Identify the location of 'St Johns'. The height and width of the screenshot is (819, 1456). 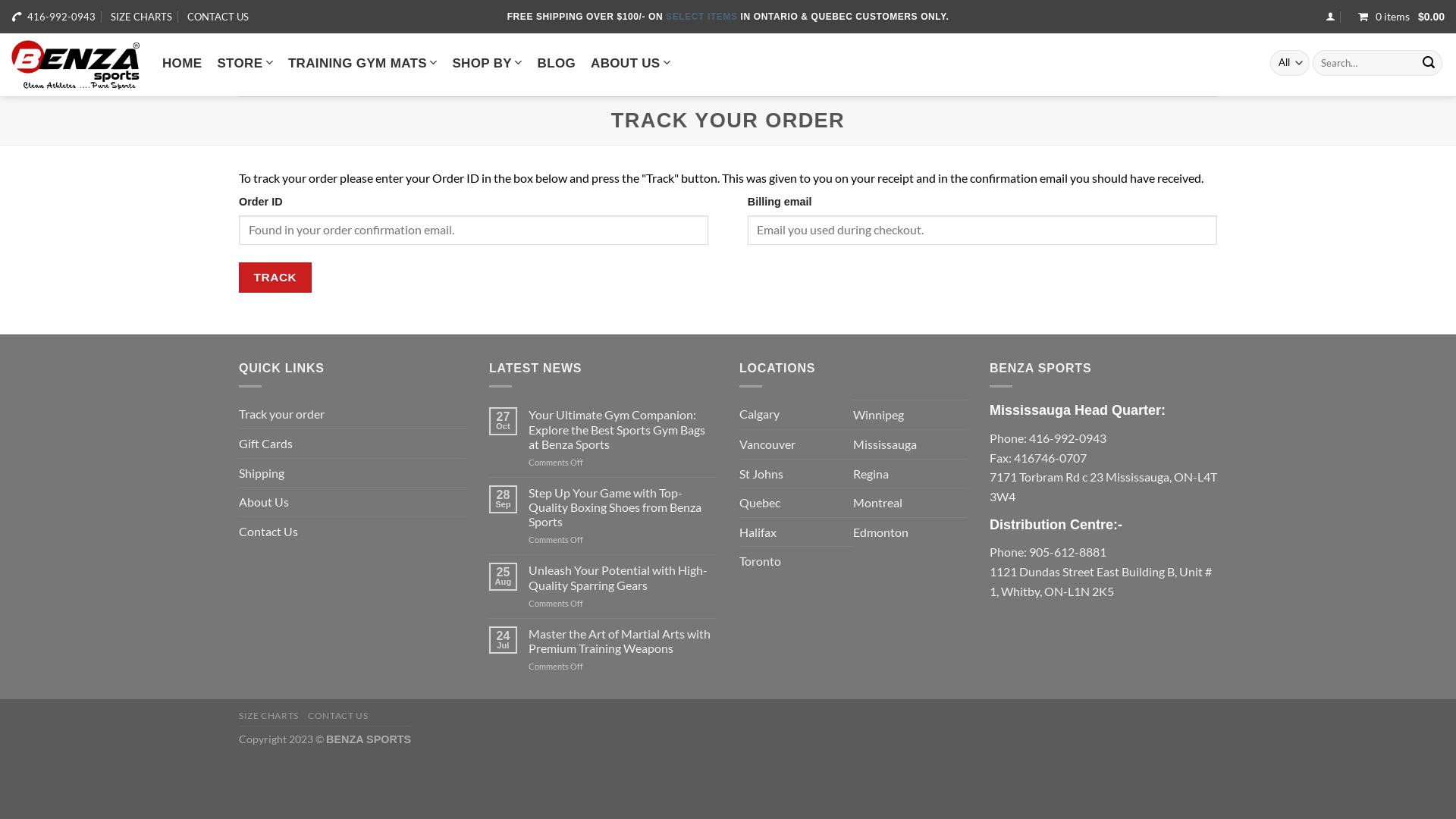
(761, 472).